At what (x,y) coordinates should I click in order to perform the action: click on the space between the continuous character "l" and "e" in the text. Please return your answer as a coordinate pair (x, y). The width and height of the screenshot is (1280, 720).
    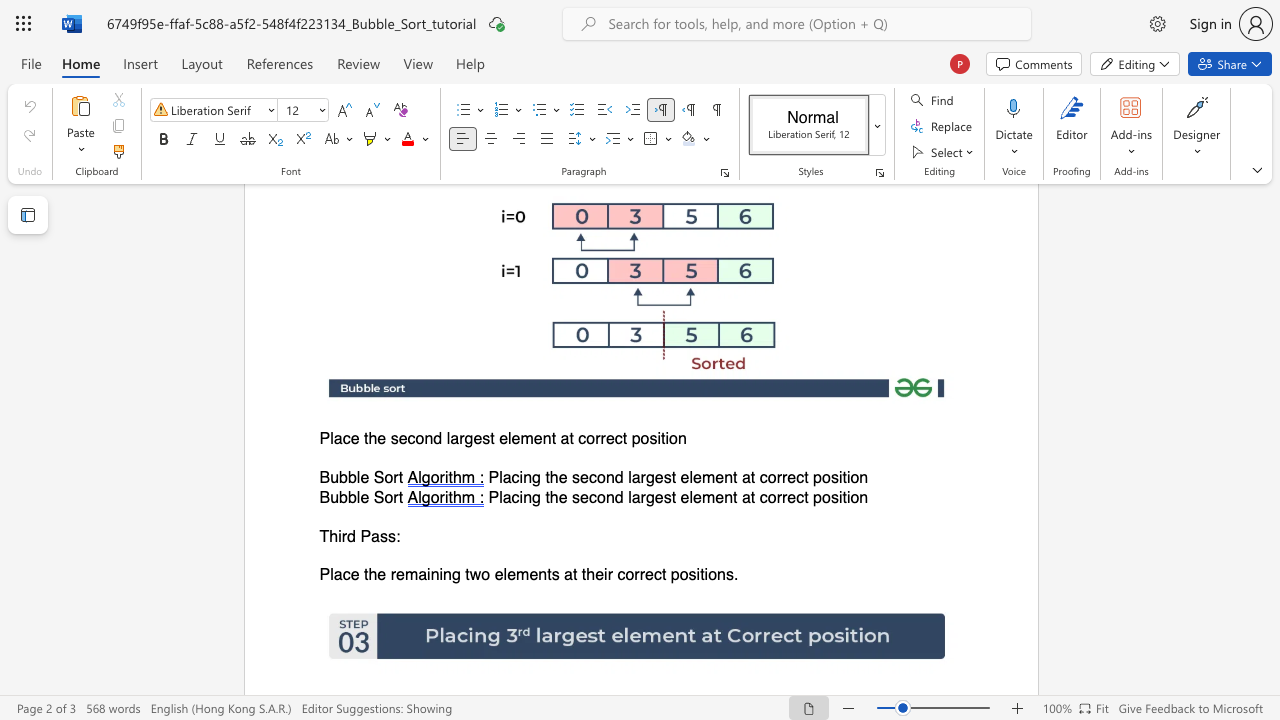
    Looking at the image, I should click on (694, 478).